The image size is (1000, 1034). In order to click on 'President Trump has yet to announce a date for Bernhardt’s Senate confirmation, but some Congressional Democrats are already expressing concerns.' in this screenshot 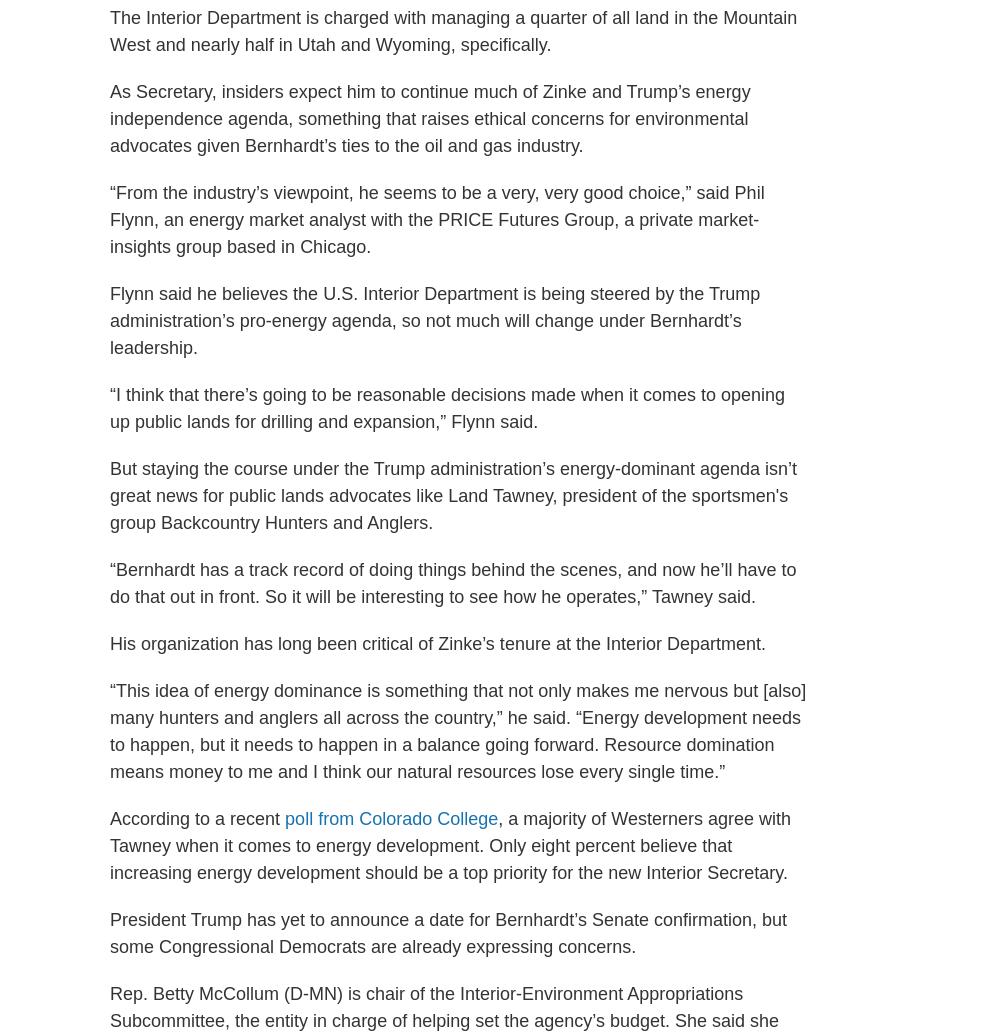, I will do `click(447, 931)`.